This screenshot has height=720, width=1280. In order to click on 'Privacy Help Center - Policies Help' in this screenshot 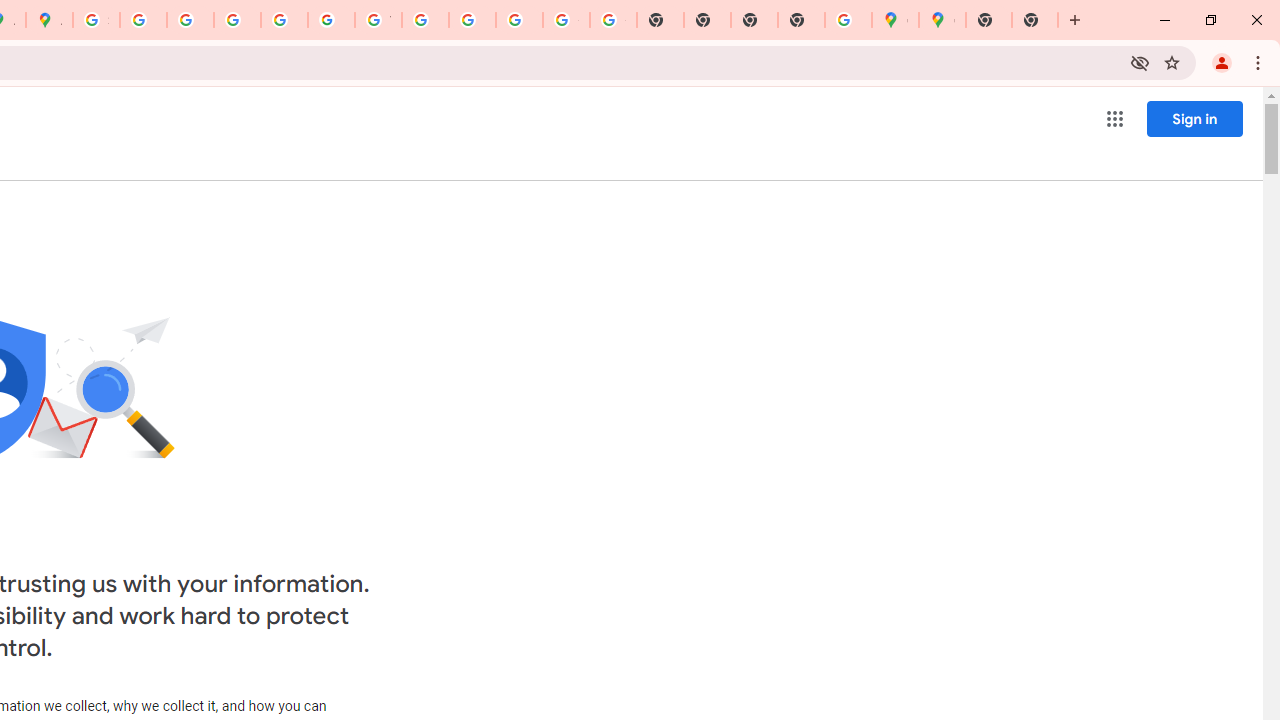, I will do `click(190, 20)`.